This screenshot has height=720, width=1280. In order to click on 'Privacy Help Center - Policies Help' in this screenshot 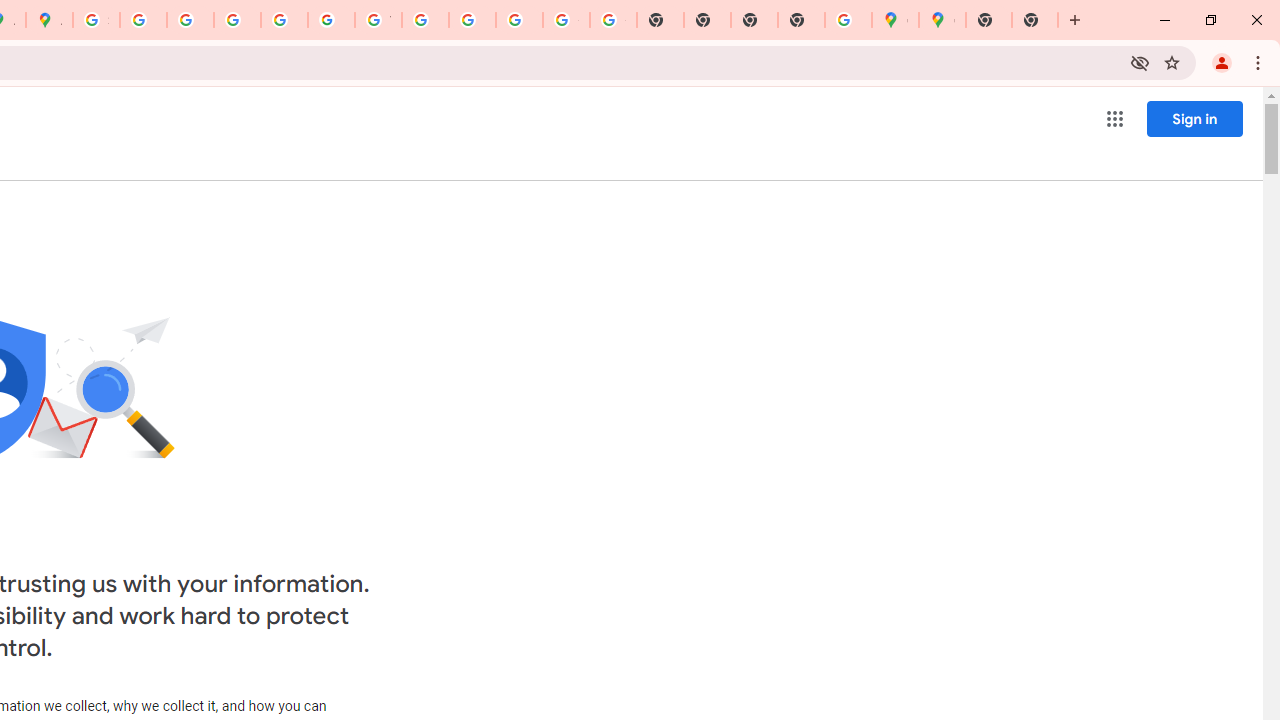, I will do `click(190, 20)`.